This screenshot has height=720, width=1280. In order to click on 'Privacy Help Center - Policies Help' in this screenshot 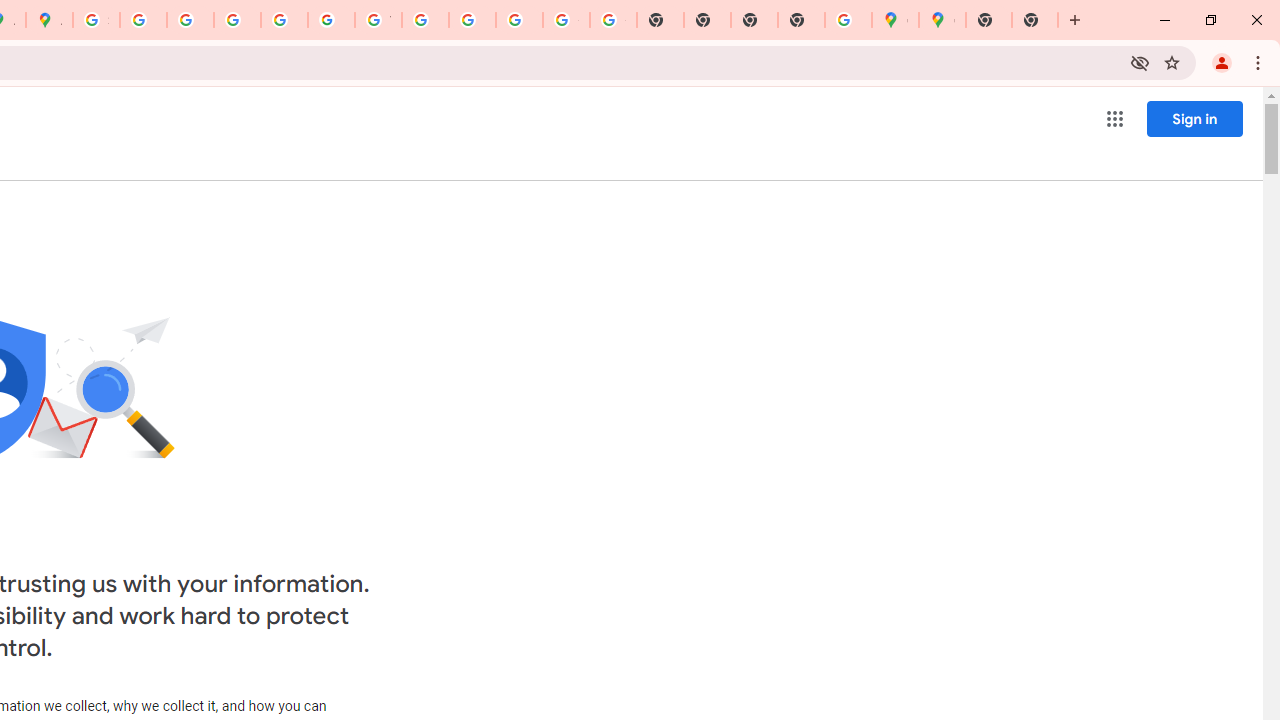, I will do `click(190, 20)`.